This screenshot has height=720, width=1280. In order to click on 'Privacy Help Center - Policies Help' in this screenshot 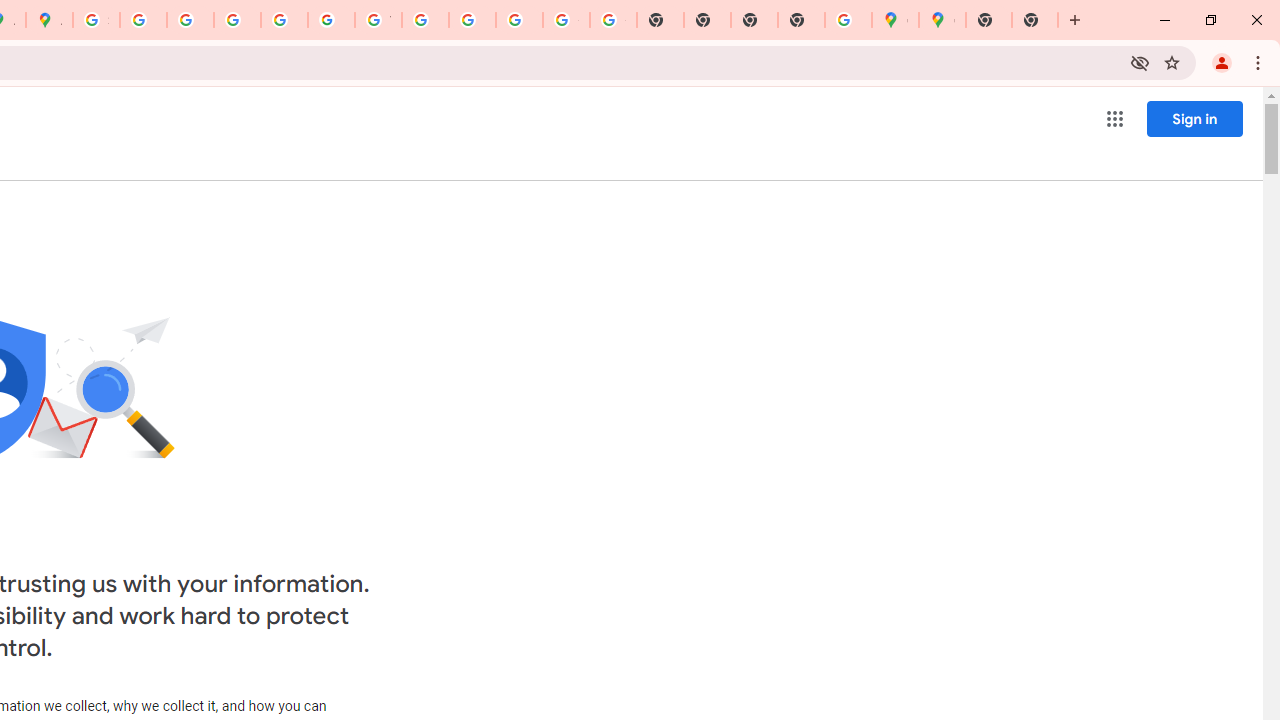, I will do `click(190, 20)`.